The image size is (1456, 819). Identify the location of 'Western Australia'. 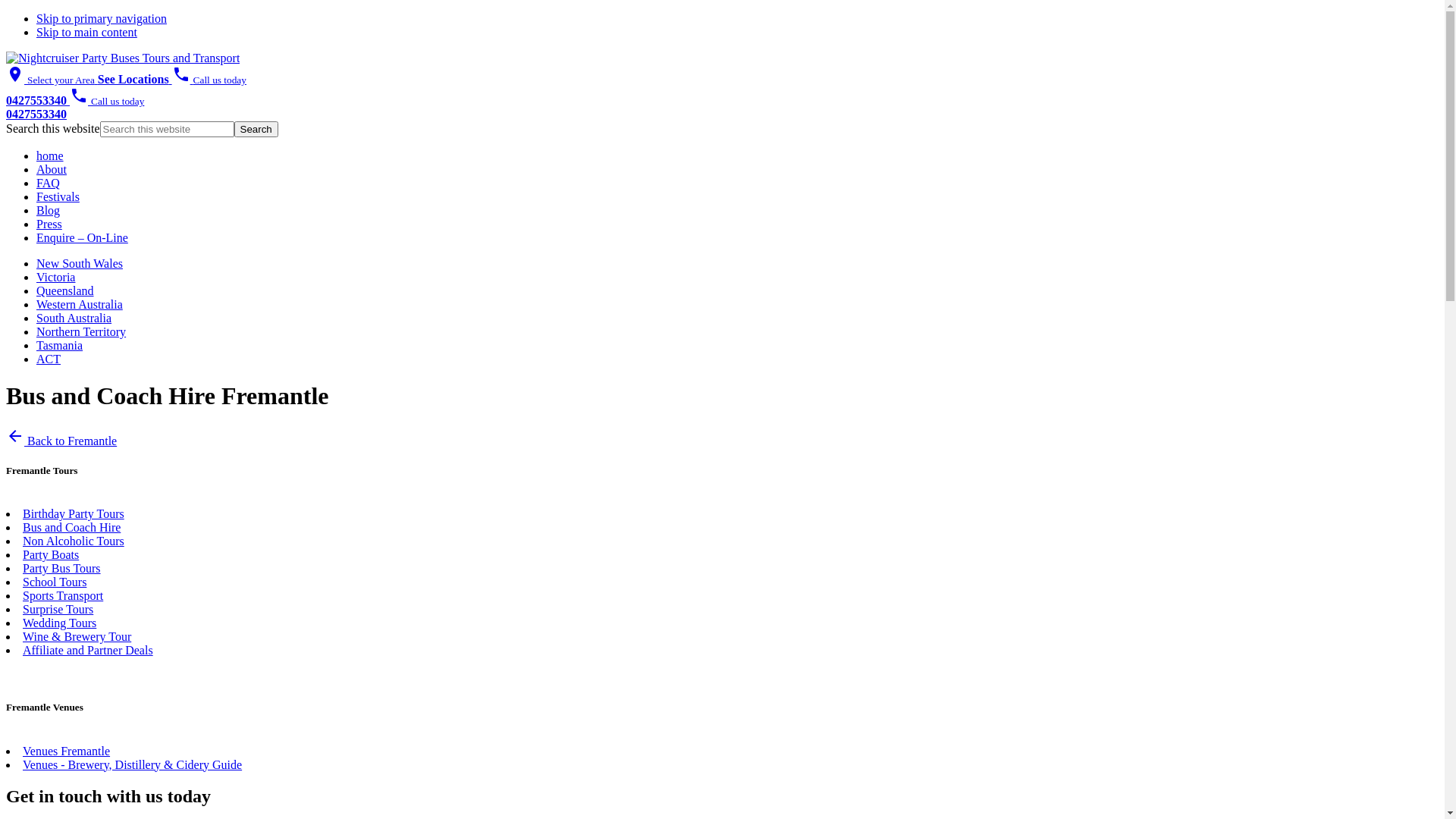
(79, 304).